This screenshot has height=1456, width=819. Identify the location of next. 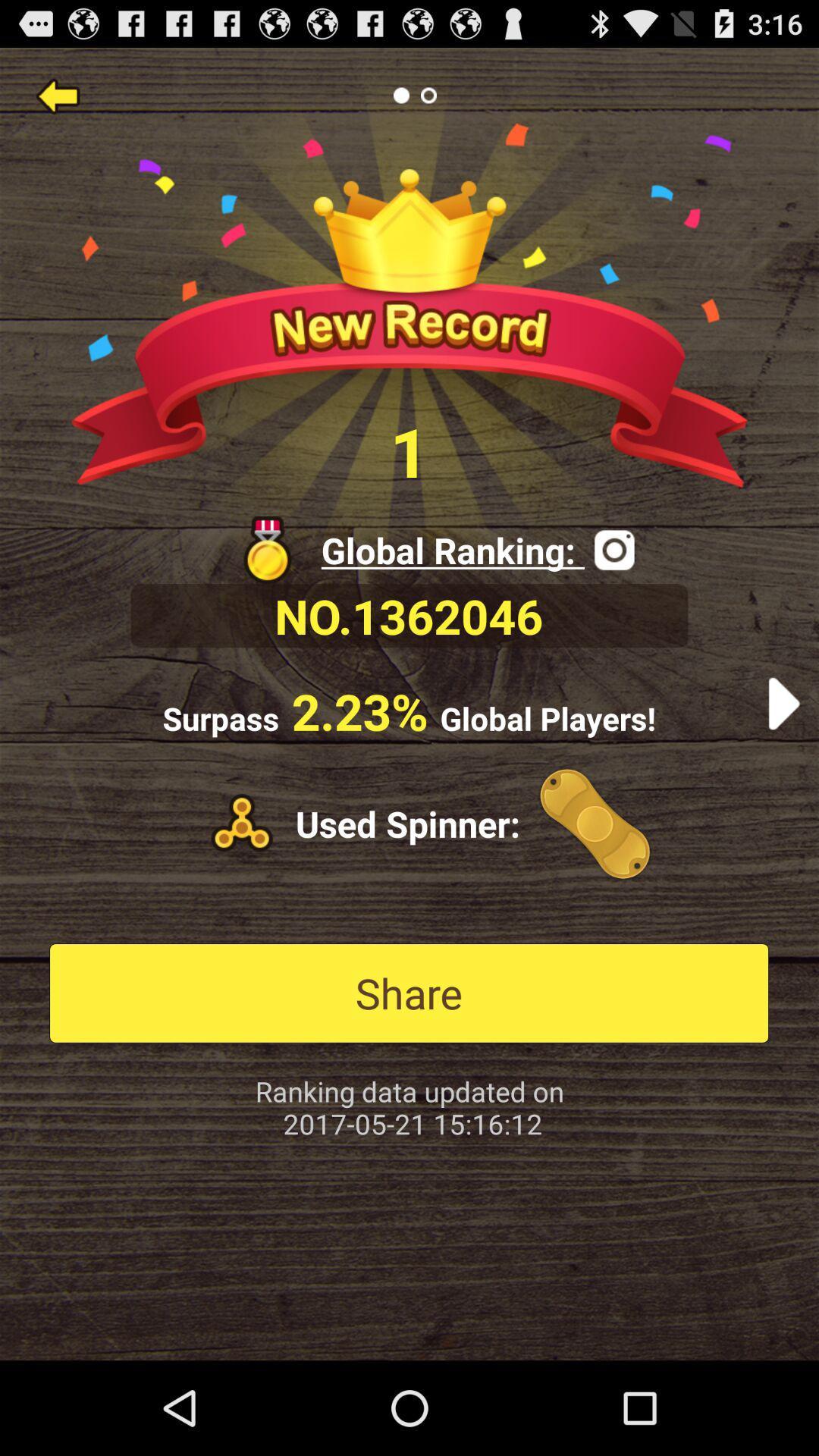
(783, 703).